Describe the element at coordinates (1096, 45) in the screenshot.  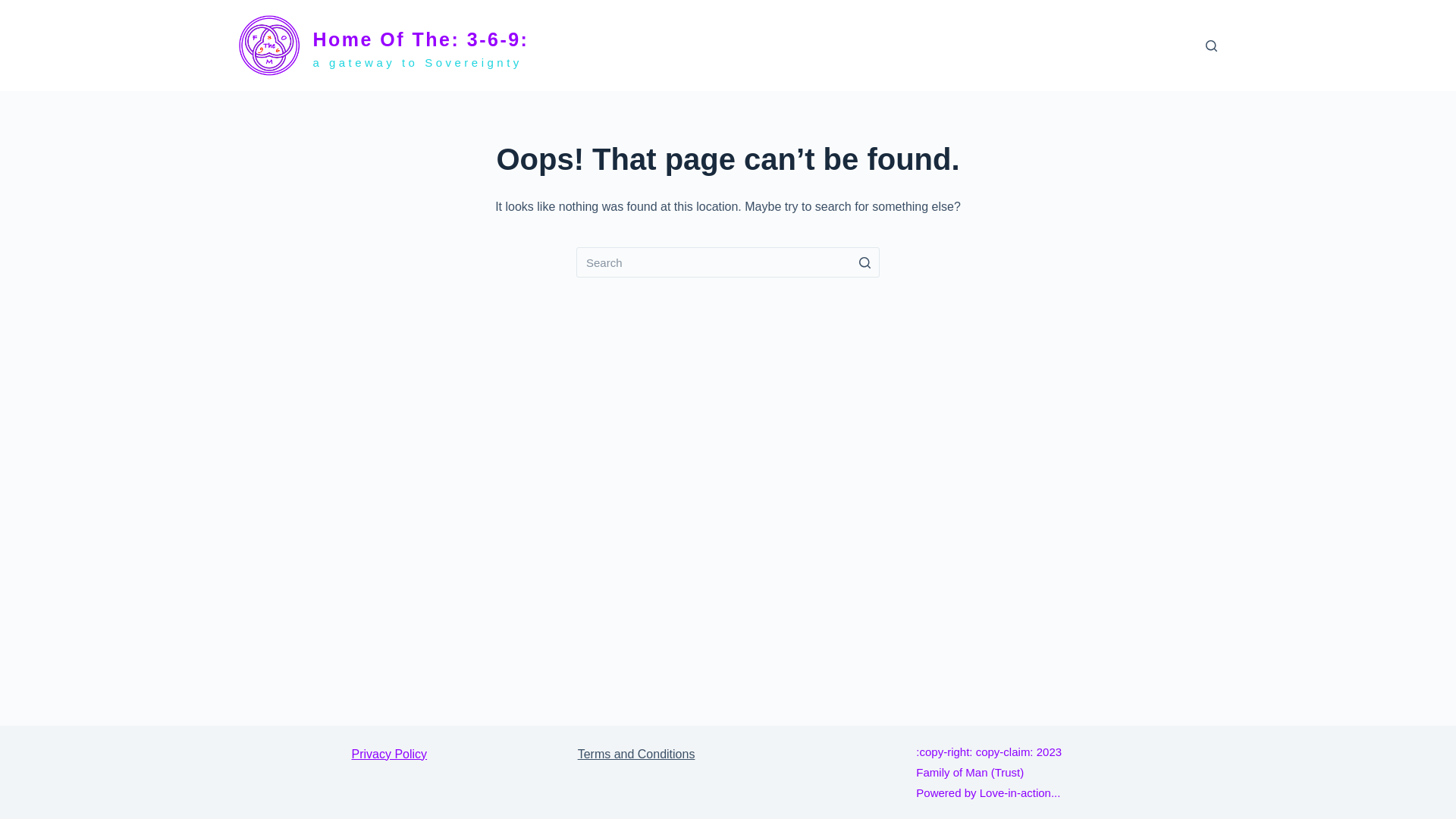
I see `'ABOUT'` at that location.